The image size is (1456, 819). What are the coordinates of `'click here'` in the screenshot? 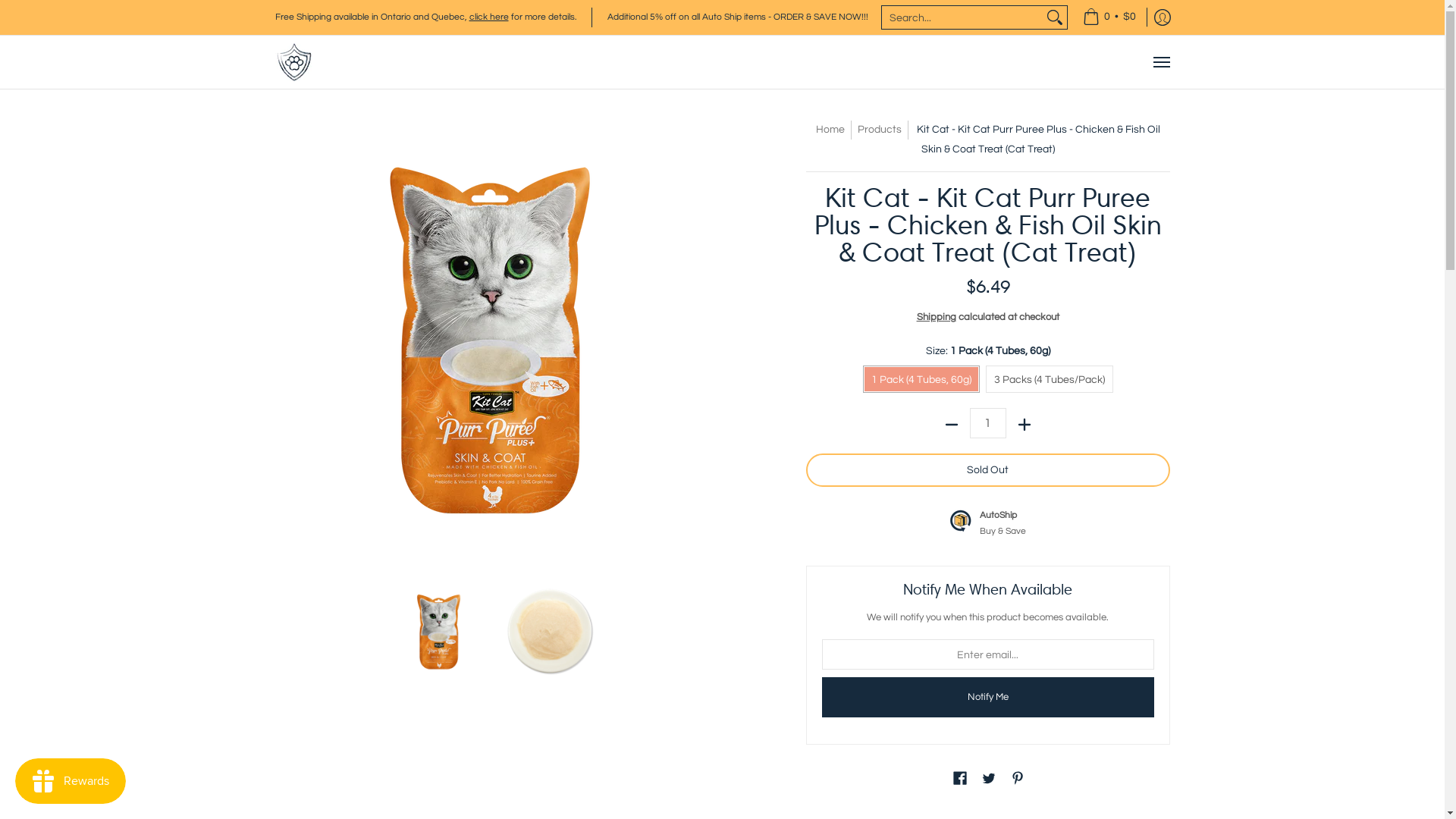 It's located at (488, 17).